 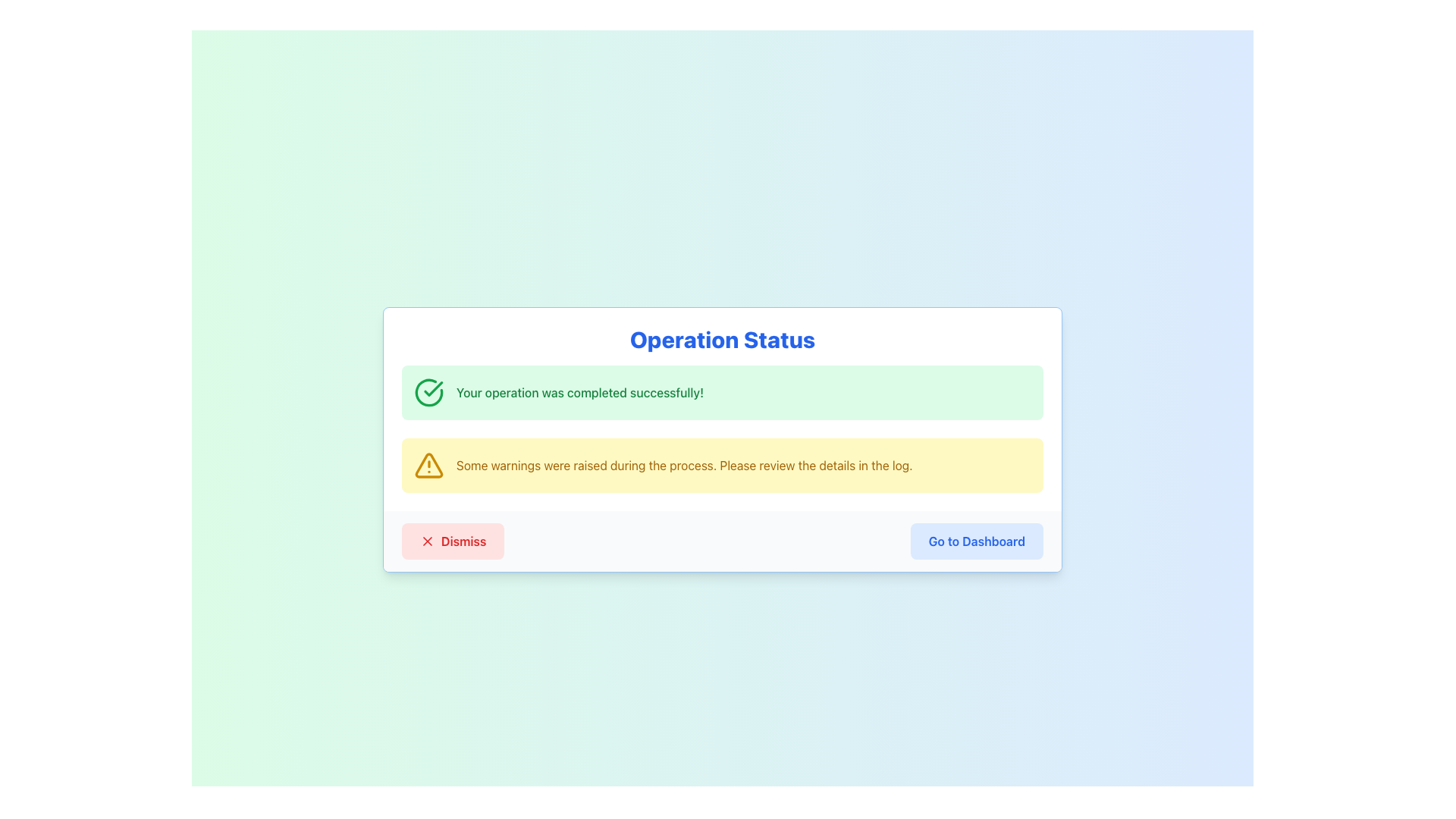 I want to click on the light green Alert box that displays the message 'Your operation was completed successfully!', so click(x=722, y=391).